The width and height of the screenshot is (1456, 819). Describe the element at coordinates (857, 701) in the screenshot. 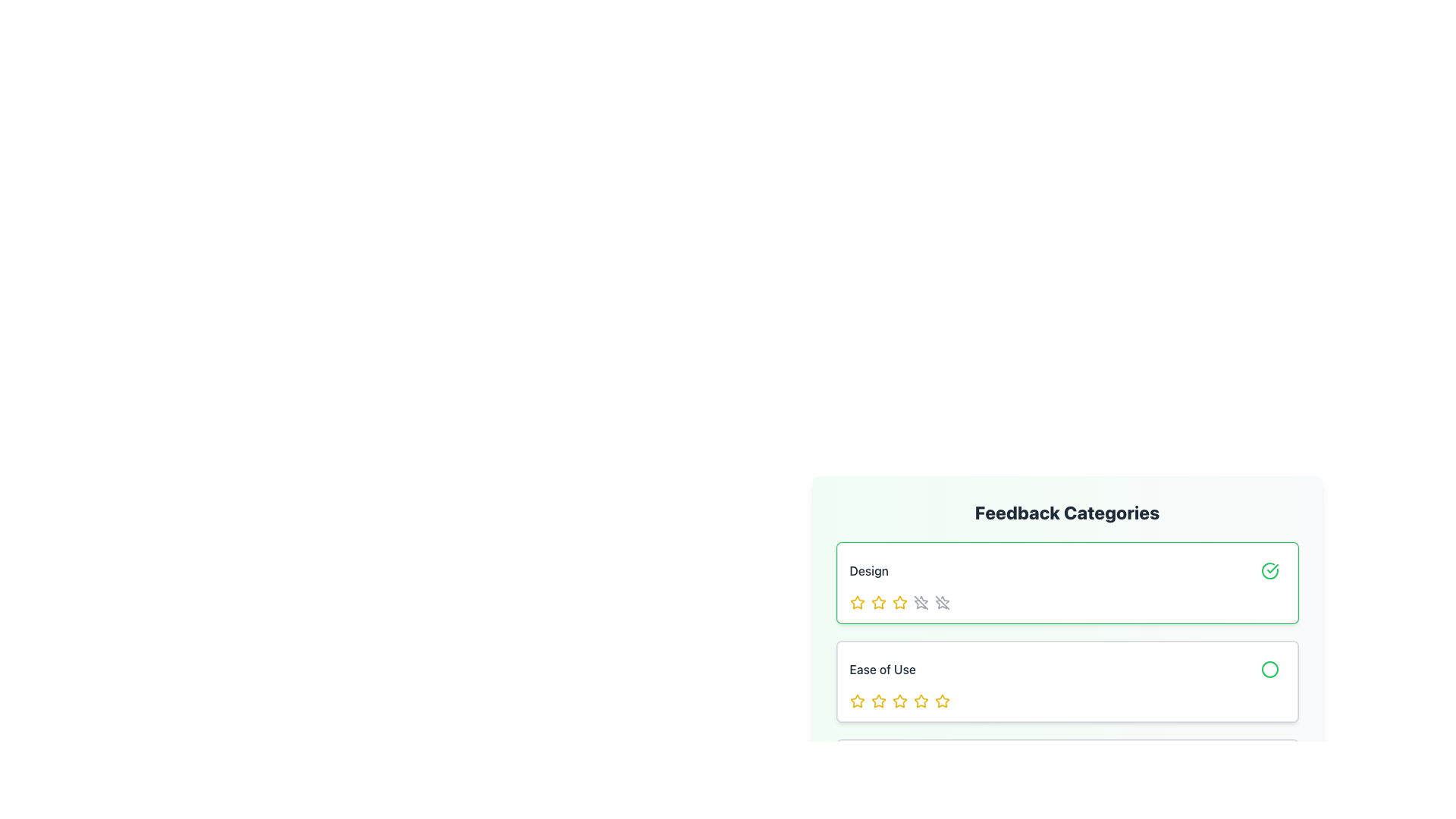

I see `the first yellow star icon in the rating system under the 'Ease of Use' section` at that location.